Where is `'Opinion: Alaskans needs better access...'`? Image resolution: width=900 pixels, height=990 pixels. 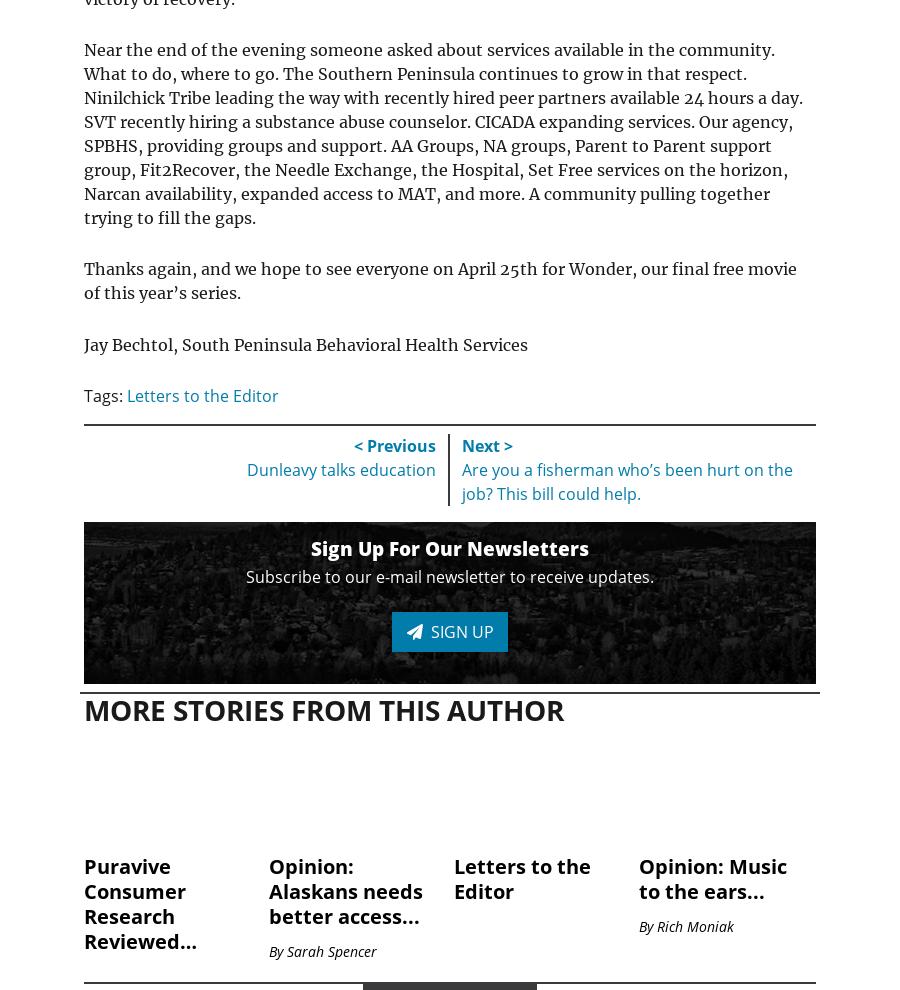
'Opinion: Alaskans needs better access...' is located at coordinates (268, 890).